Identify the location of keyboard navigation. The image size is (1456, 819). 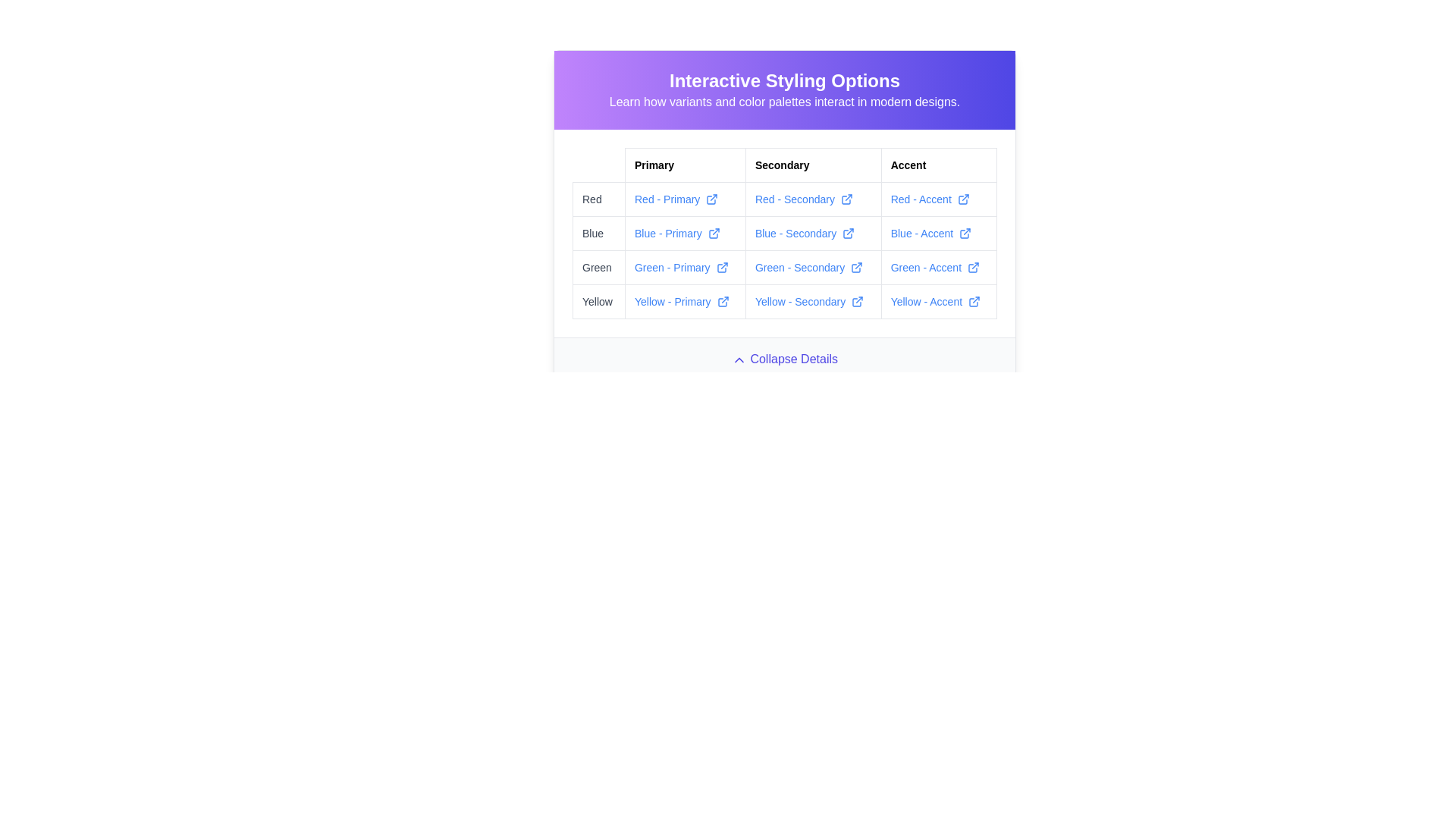
(713, 234).